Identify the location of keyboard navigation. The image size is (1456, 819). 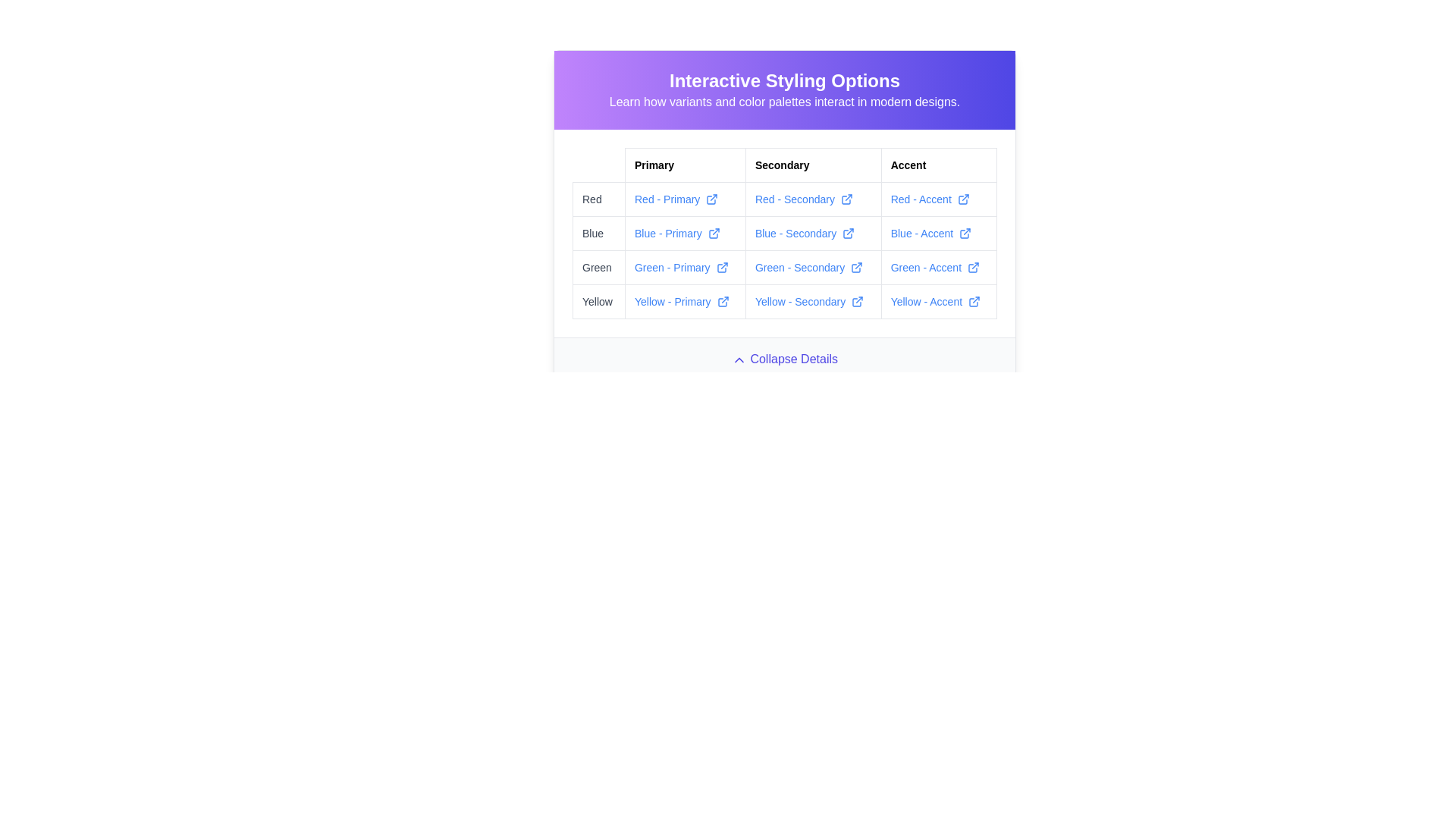
(713, 234).